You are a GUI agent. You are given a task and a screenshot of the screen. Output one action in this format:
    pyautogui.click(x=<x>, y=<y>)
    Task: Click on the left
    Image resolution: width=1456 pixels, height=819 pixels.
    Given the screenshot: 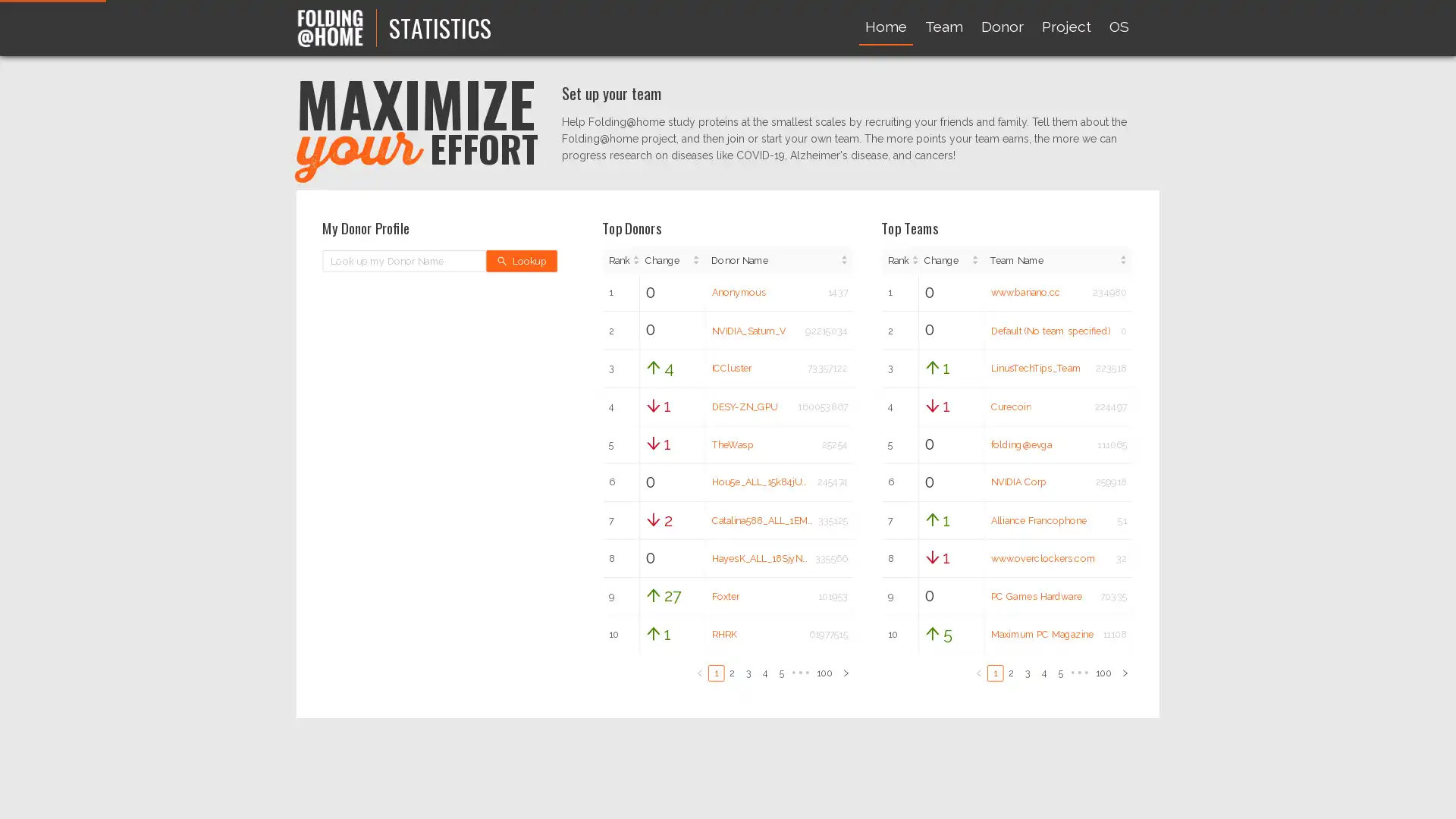 What is the action you would take?
    pyautogui.click(x=698, y=671)
    